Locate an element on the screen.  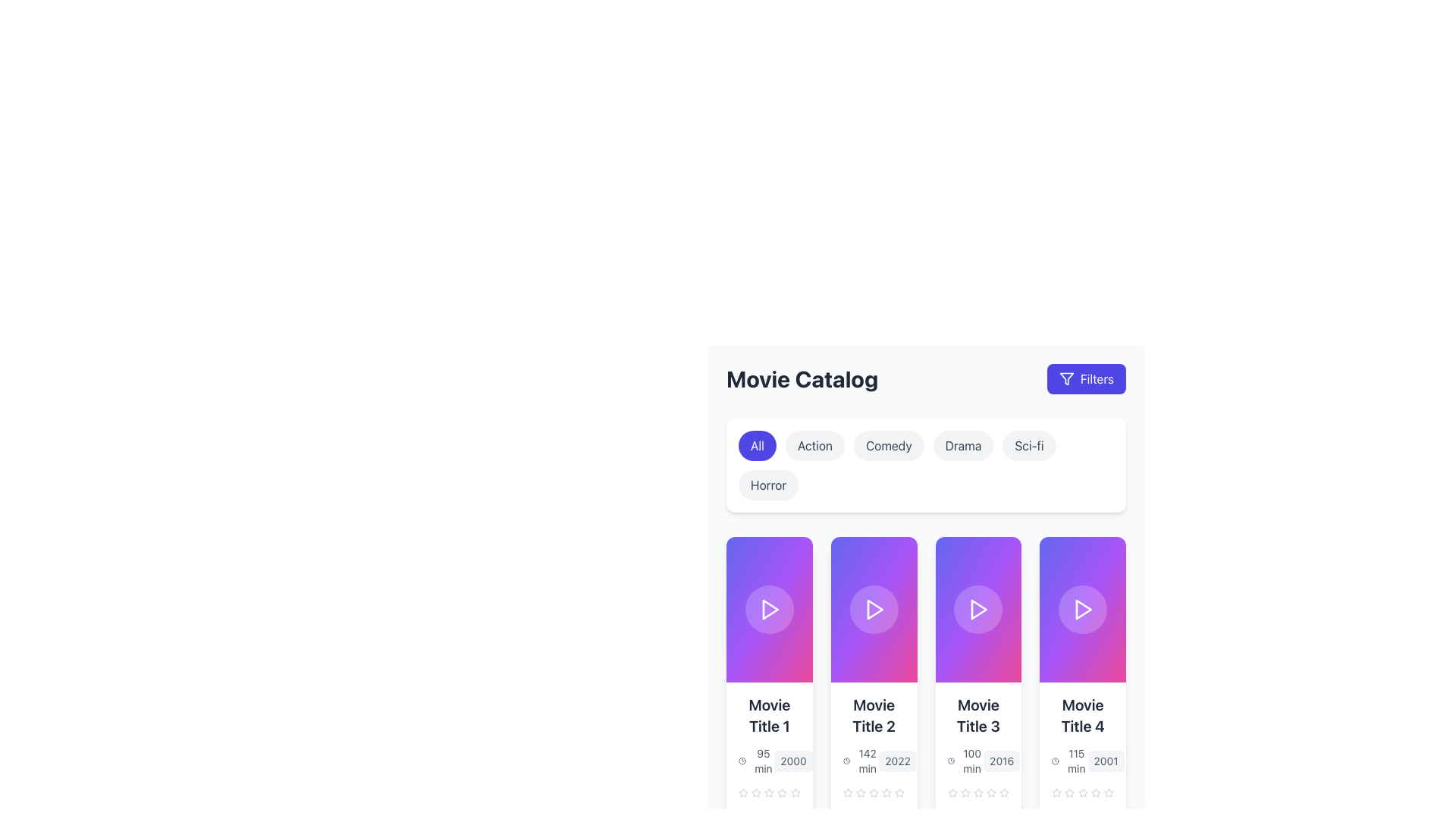
the label displaying the movie duration '142 min', which is located beneath 'Movie Title 2' and to the left of '2022' is located at coordinates (861, 761).